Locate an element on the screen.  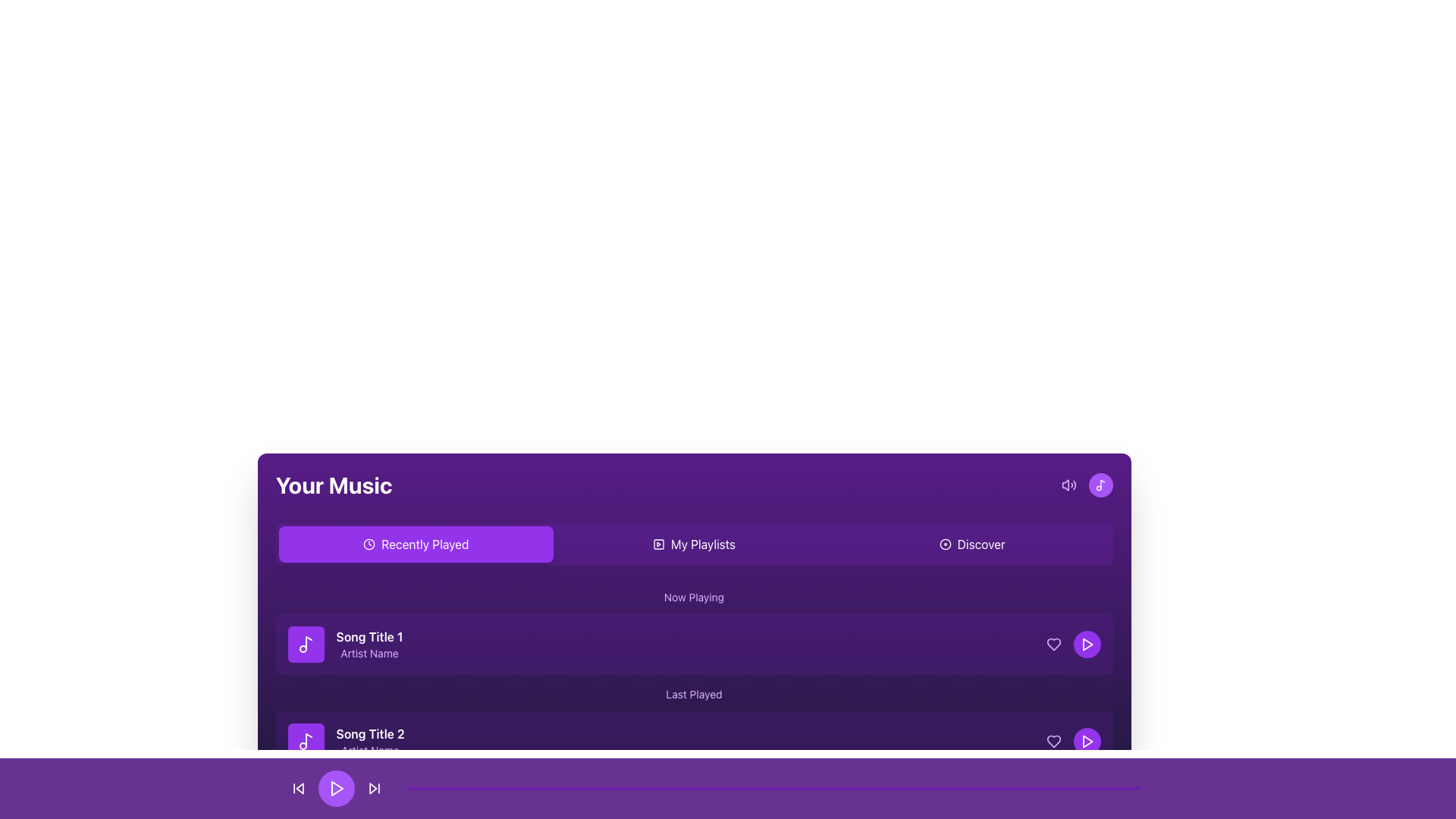
the triangular skip forward button located in the bottom control bar, which is the third control button to the right of the circular play button, to skip forward to the next item in the playlist is located at coordinates (375, 788).